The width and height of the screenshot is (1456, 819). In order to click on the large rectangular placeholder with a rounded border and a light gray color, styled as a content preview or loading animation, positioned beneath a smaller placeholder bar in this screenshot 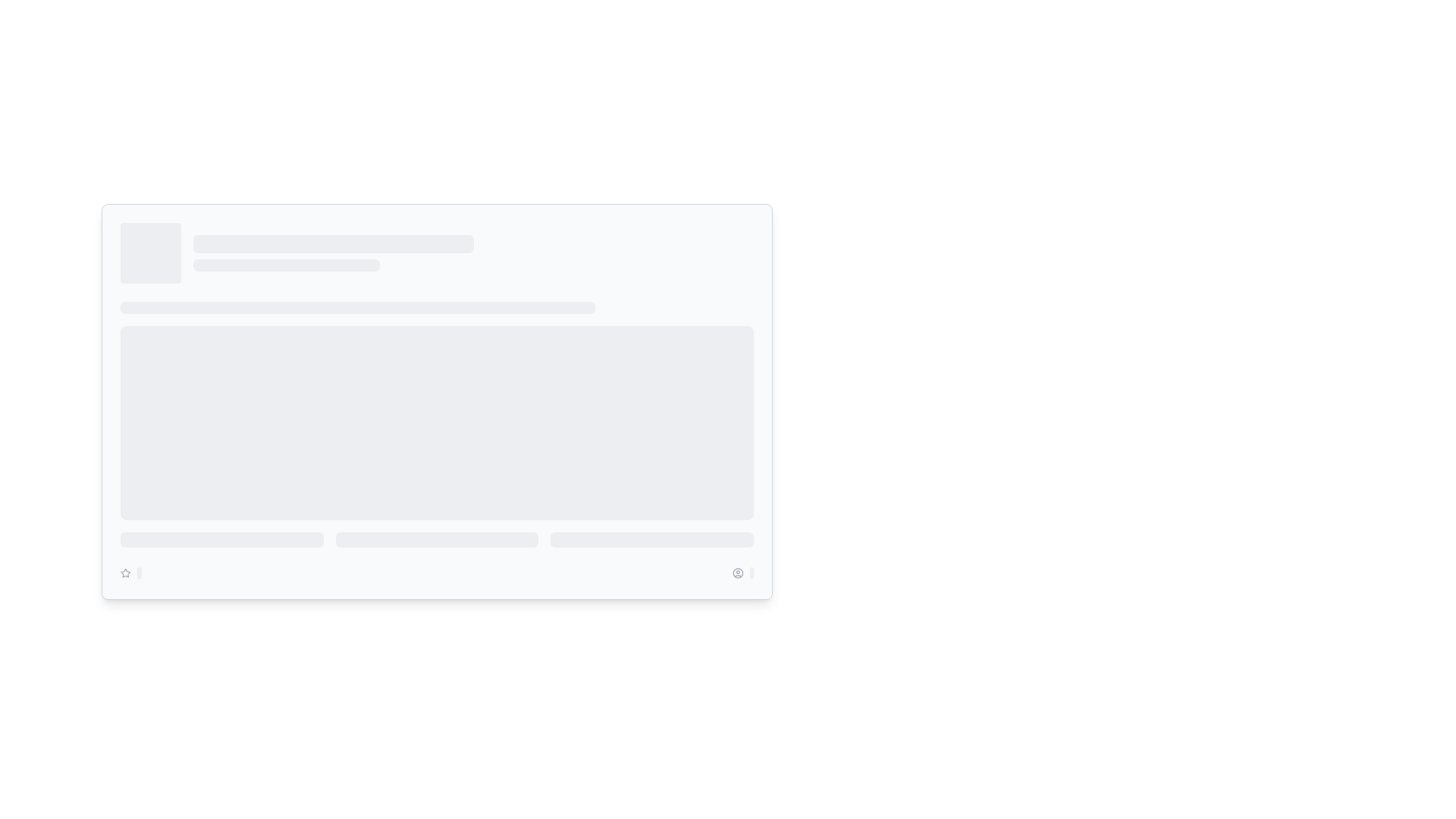, I will do `click(436, 423)`.